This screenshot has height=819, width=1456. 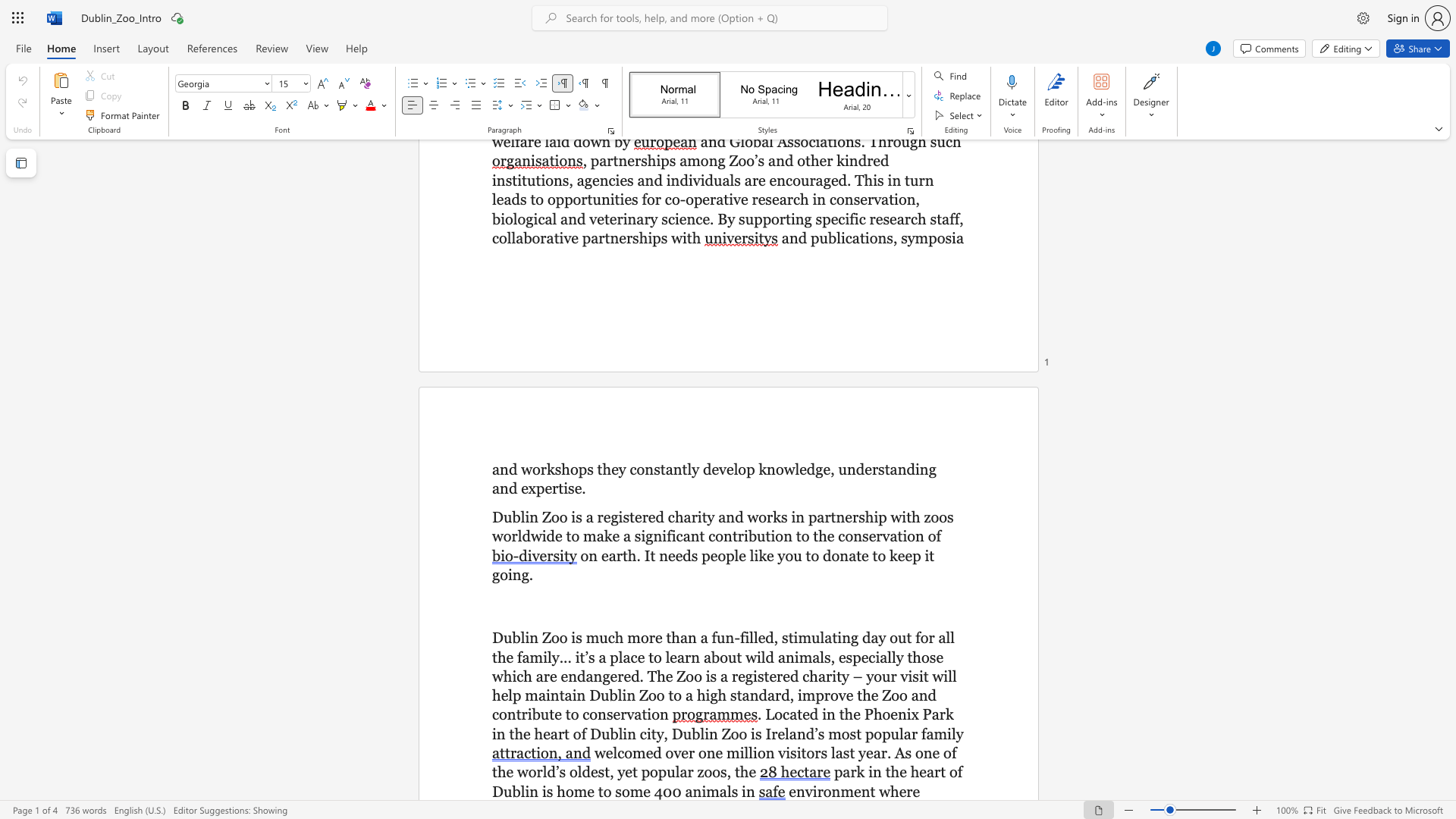 I want to click on the subset text "in Zoo is much more than a" within the text "Dublin Zoo is much more than a fun-filled, stimulating day out for all the family...", so click(x=525, y=638).